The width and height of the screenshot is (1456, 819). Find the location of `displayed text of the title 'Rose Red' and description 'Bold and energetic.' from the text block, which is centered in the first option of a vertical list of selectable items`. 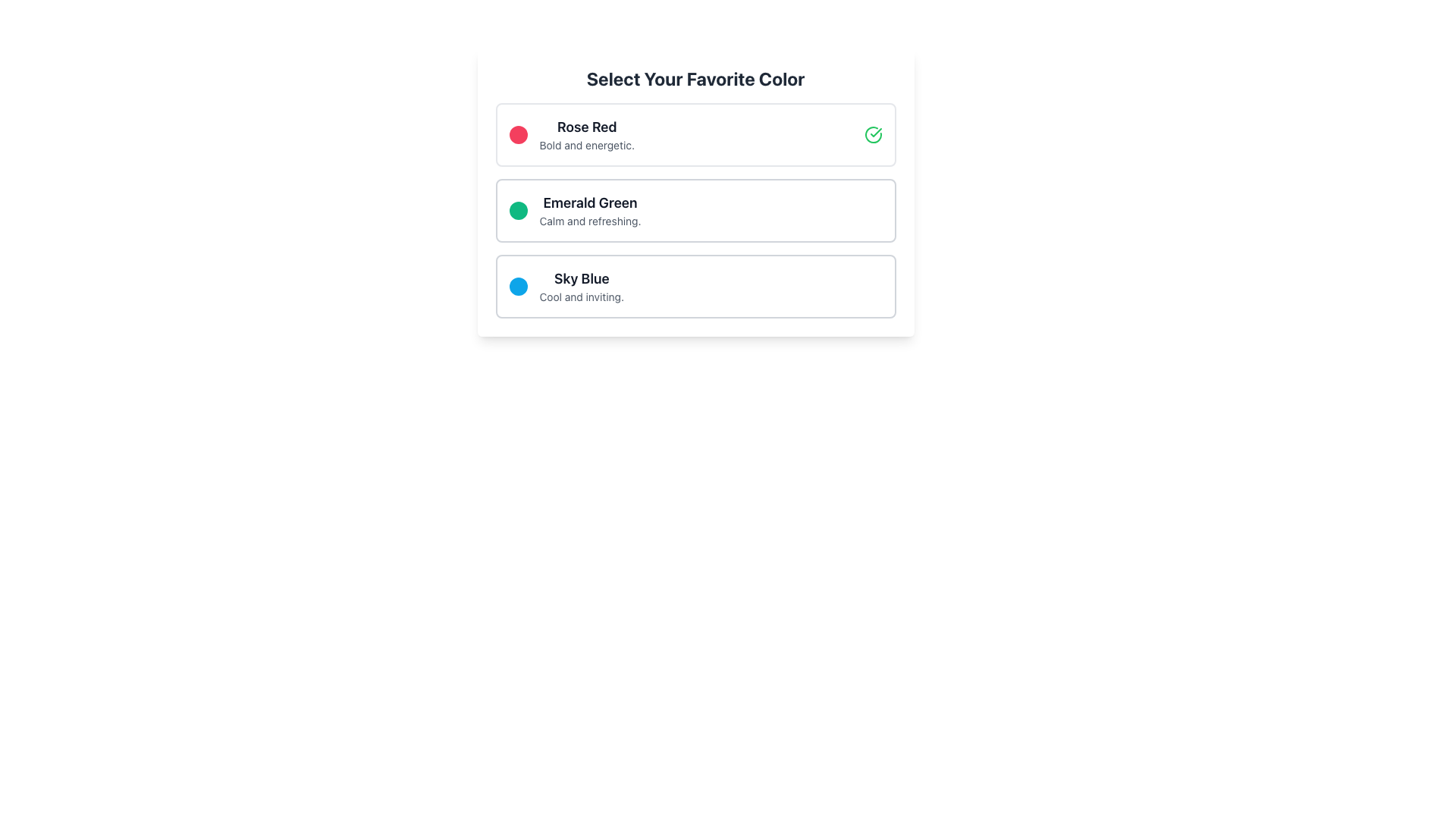

displayed text of the title 'Rose Red' and description 'Bold and energetic.' from the text block, which is centered in the first option of a vertical list of selectable items is located at coordinates (586, 133).